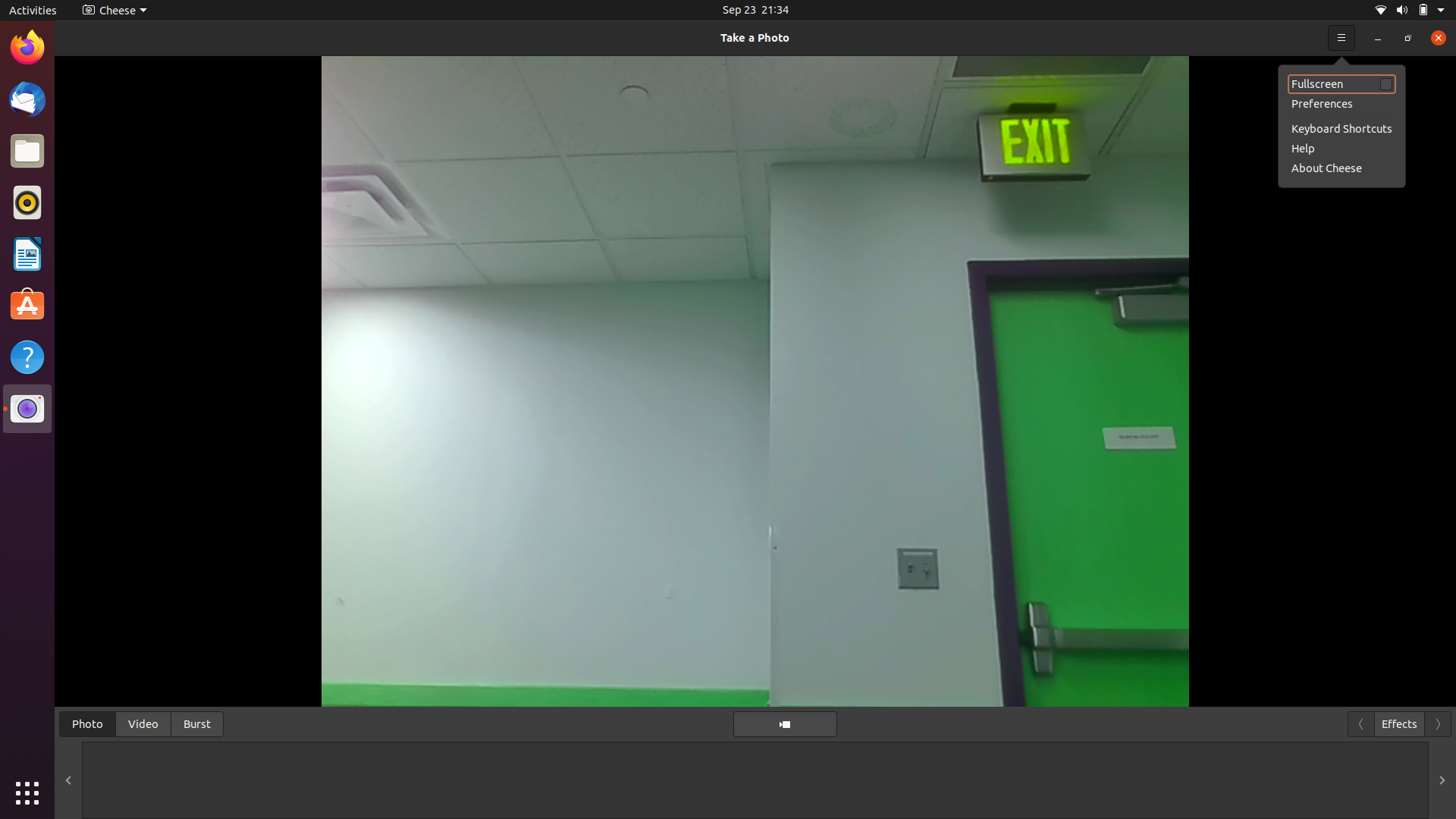 The image size is (1456, 819). What do you see at coordinates (111, 9) in the screenshot?
I see `Navigate through the different options available in Cheese camera` at bounding box center [111, 9].